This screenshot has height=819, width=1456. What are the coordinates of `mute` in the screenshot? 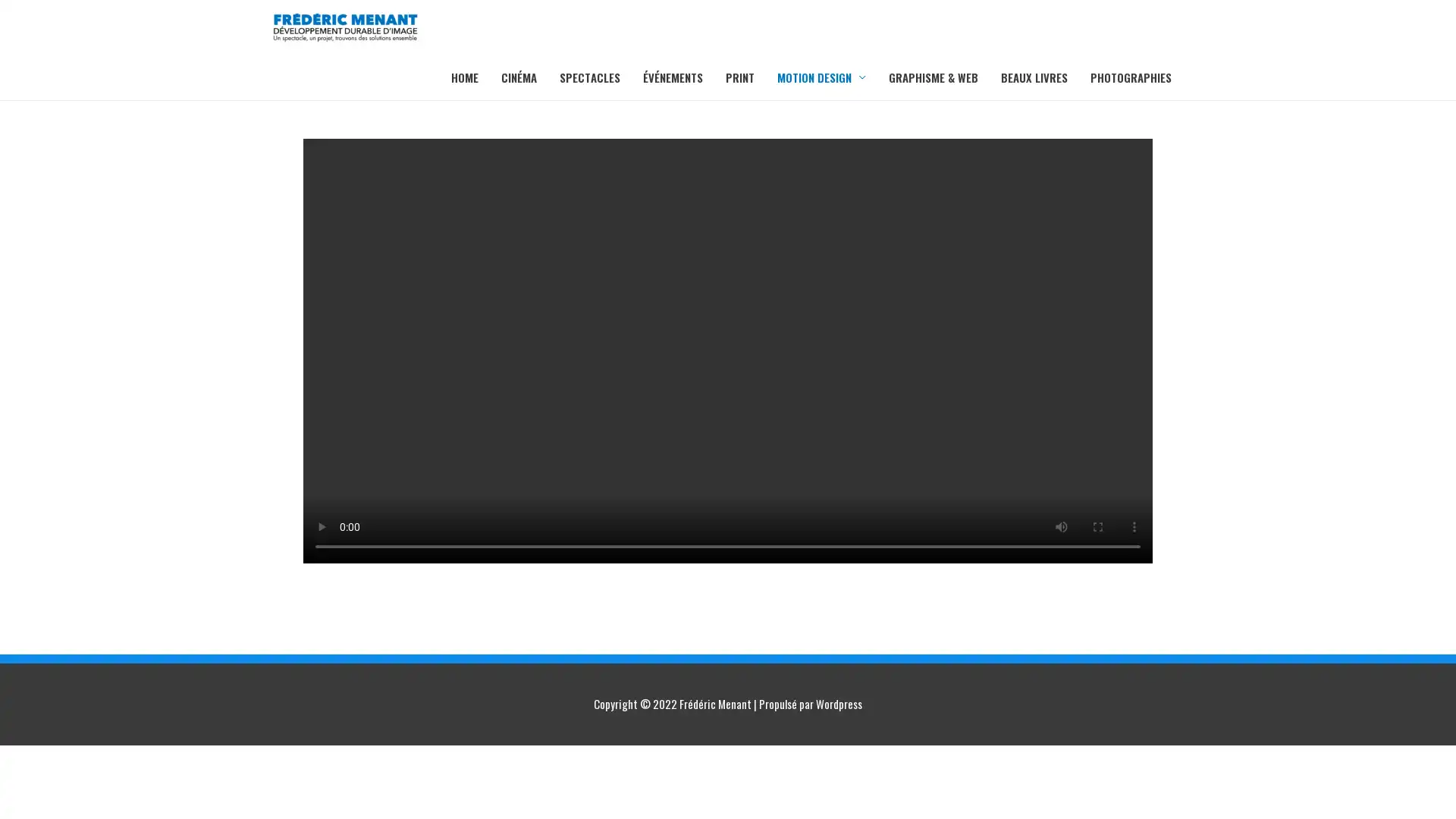 It's located at (1061, 526).